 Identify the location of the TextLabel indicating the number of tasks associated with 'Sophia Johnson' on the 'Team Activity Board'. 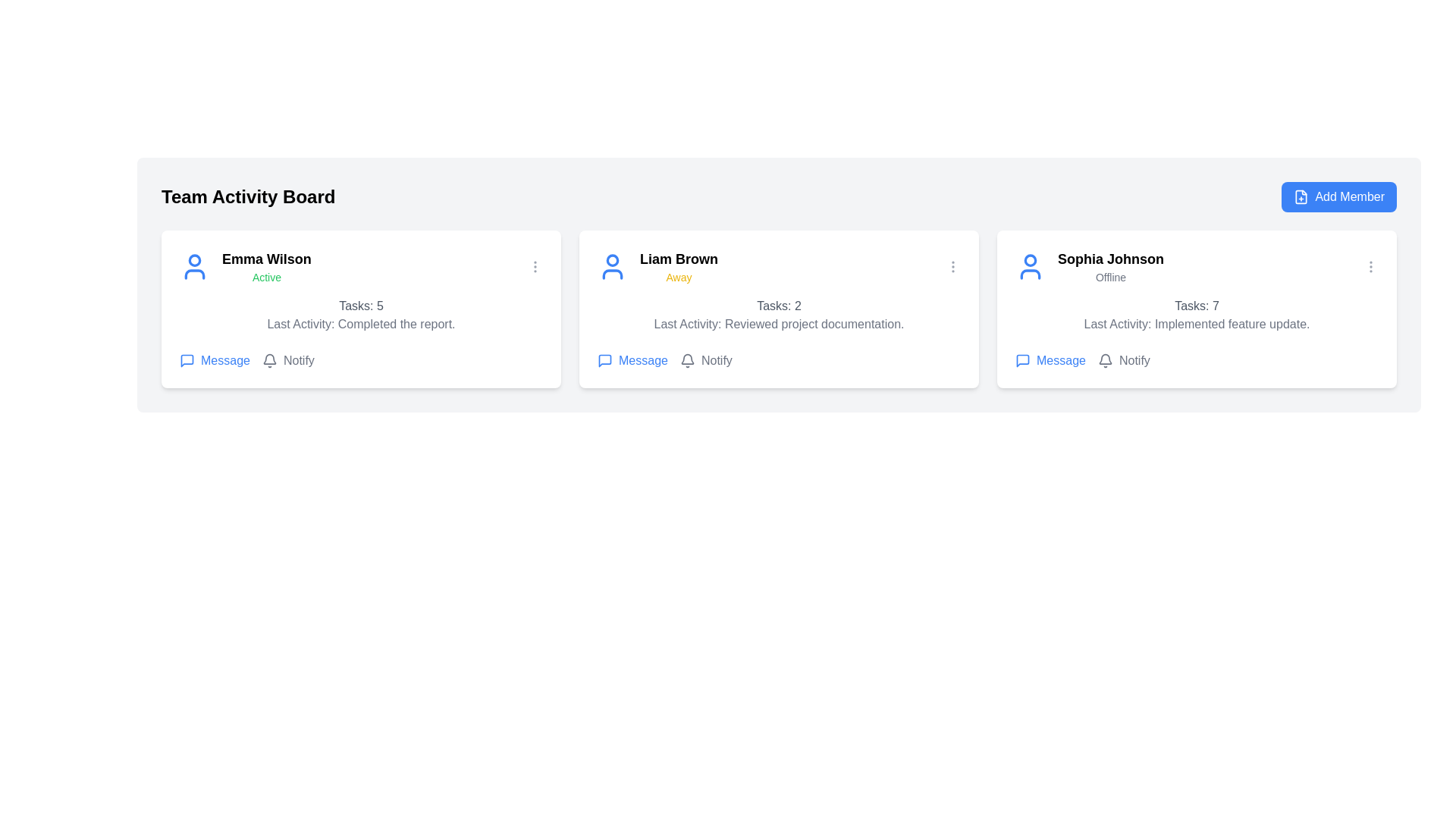
(1196, 306).